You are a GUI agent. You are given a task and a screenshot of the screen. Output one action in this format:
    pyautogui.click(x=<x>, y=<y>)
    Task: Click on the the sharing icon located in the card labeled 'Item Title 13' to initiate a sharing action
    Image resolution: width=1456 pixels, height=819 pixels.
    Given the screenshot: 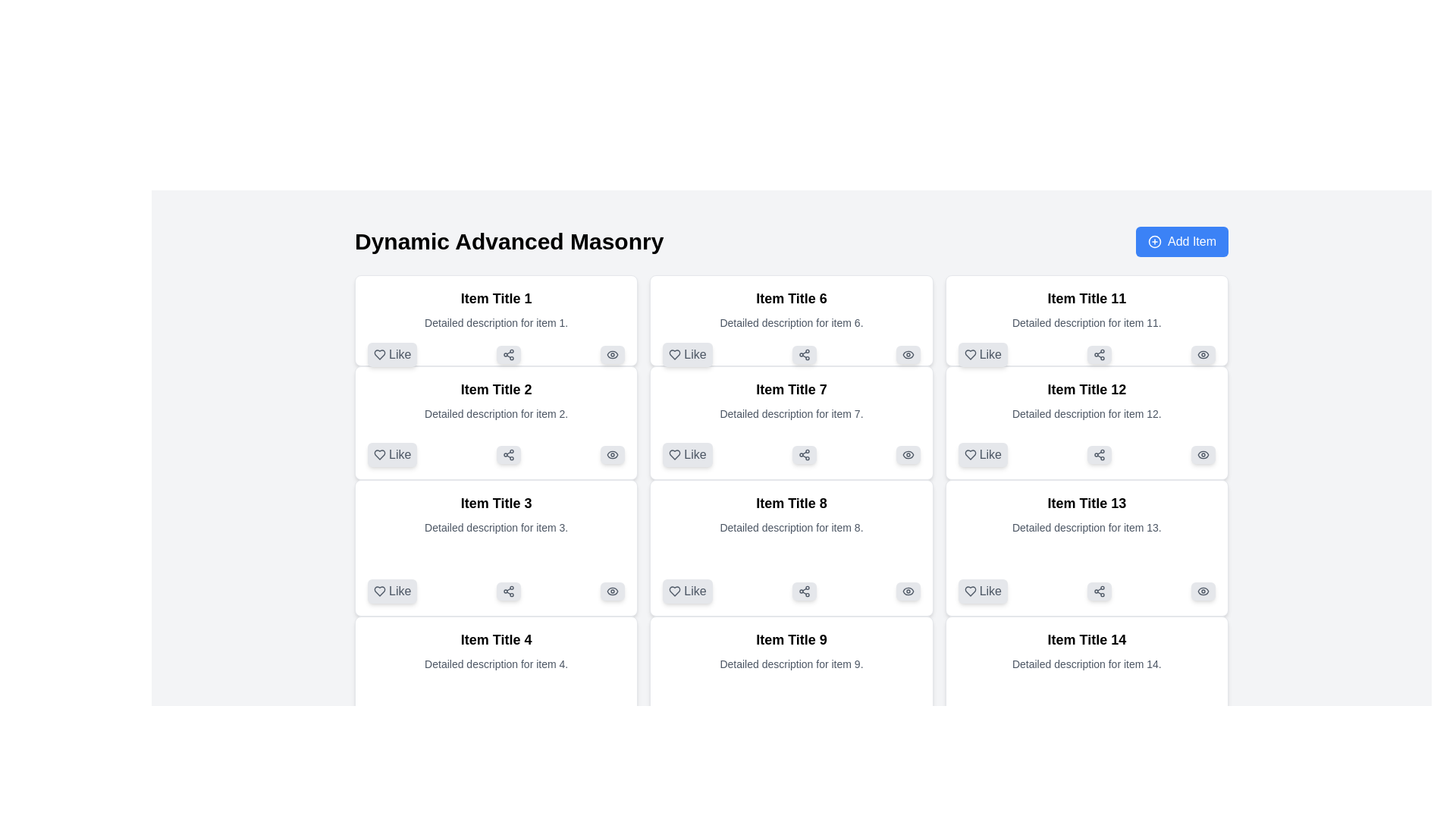 What is the action you would take?
    pyautogui.click(x=1099, y=590)
    